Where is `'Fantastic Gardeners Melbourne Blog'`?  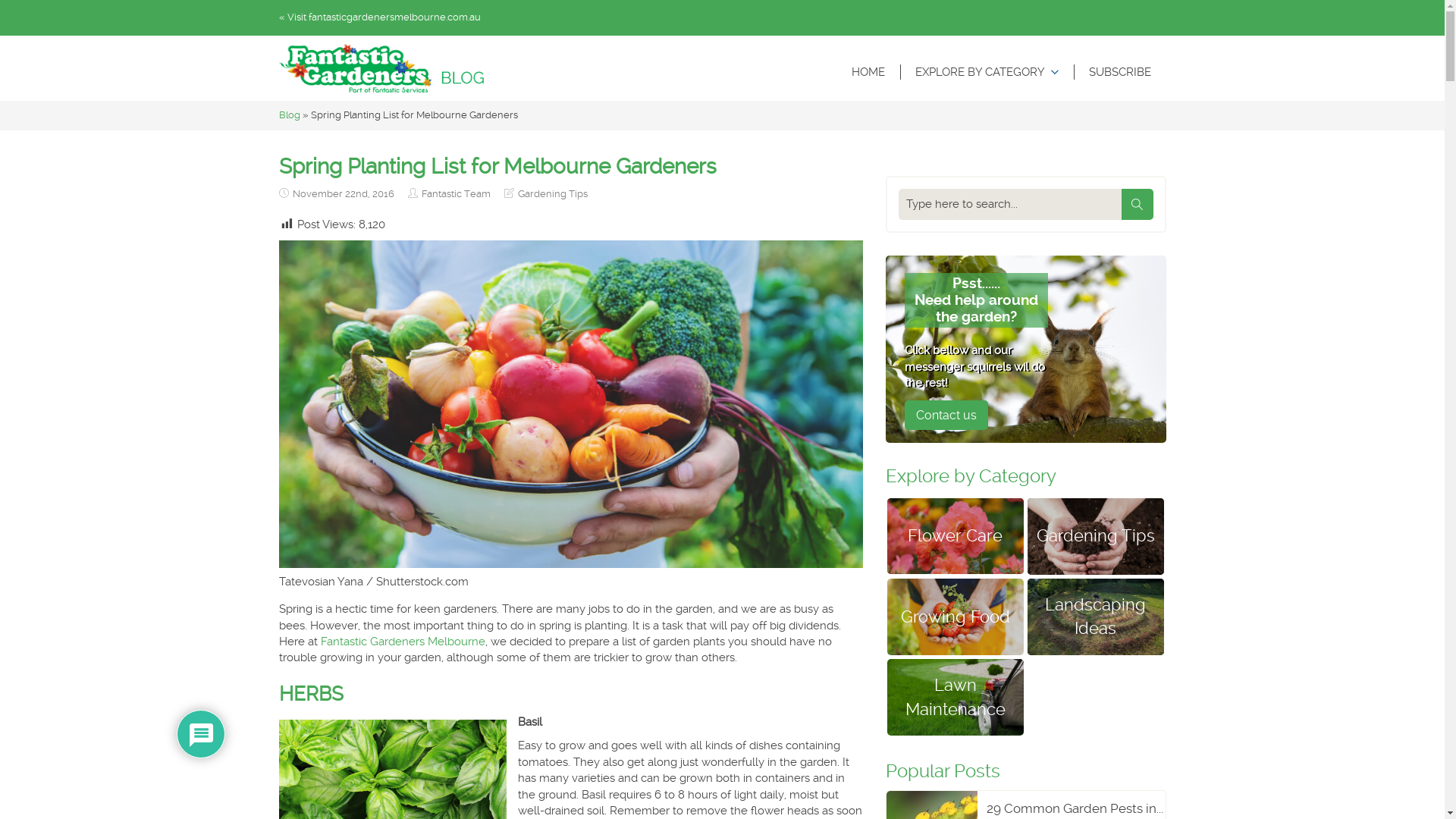
'Fantastic Gardeners Melbourne Blog' is located at coordinates (279, 68).